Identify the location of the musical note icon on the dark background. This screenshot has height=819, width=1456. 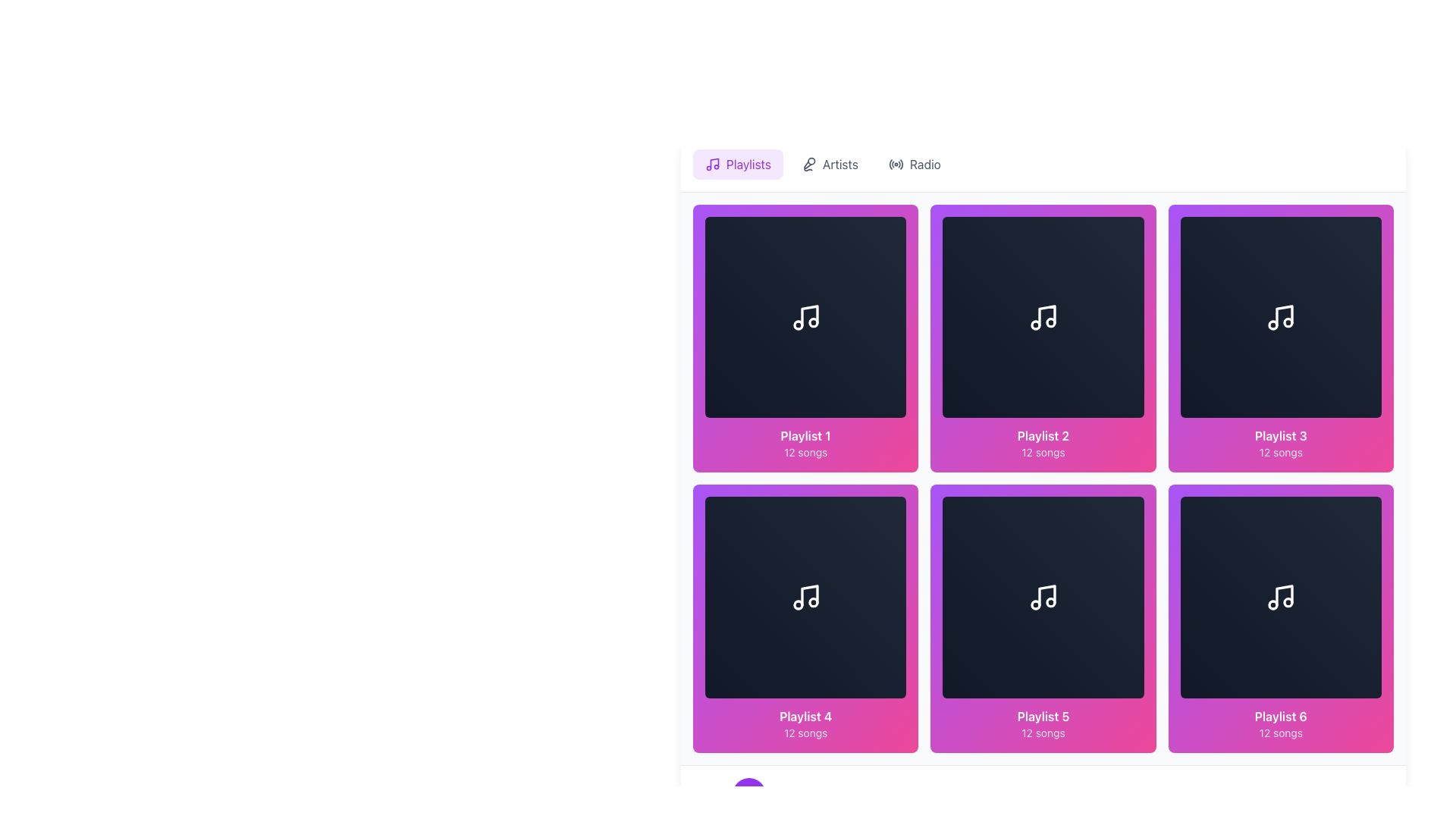
(1280, 316).